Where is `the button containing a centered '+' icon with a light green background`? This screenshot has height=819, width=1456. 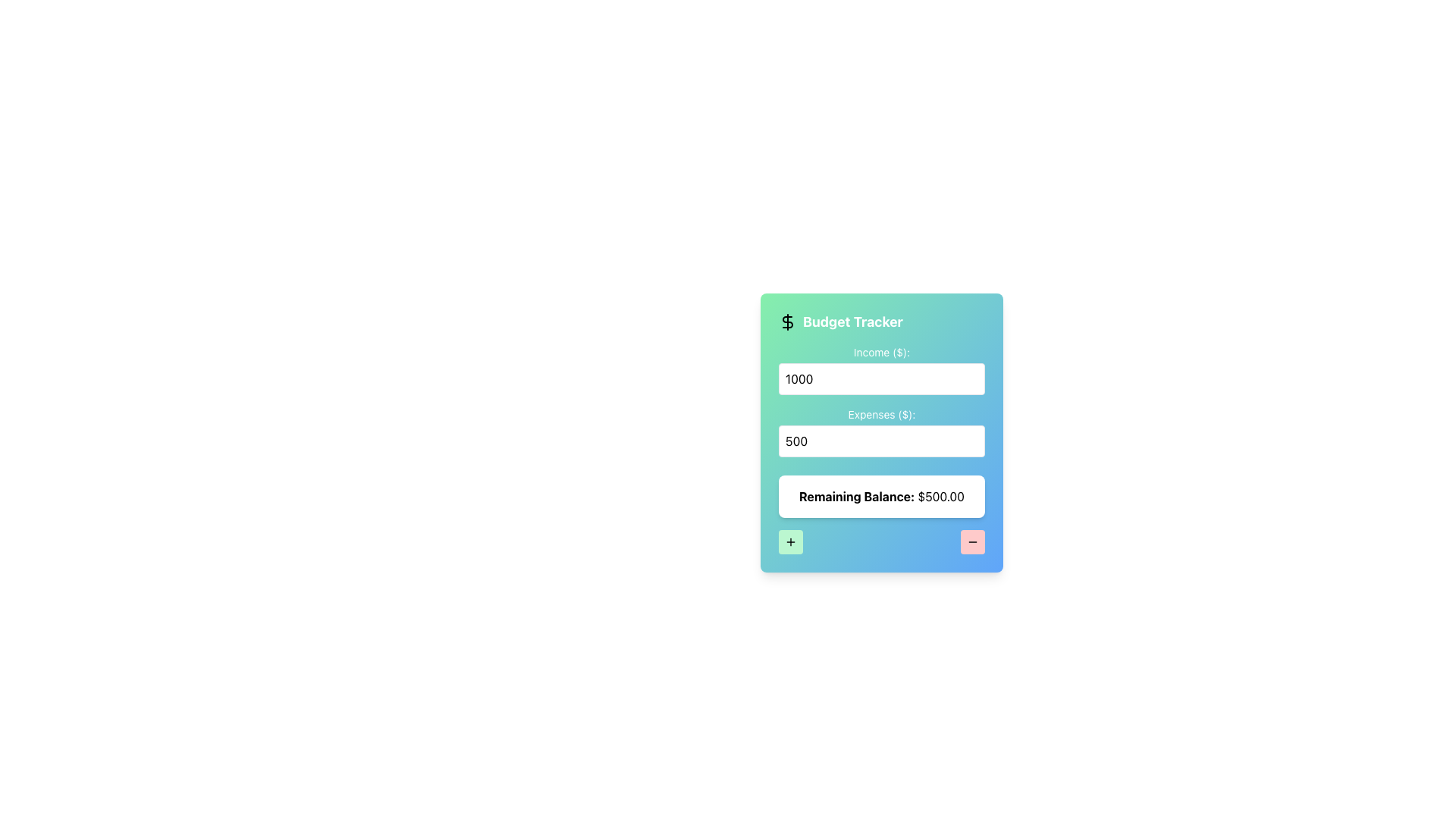
the button containing a centered '+' icon with a light green background is located at coordinates (789, 541).